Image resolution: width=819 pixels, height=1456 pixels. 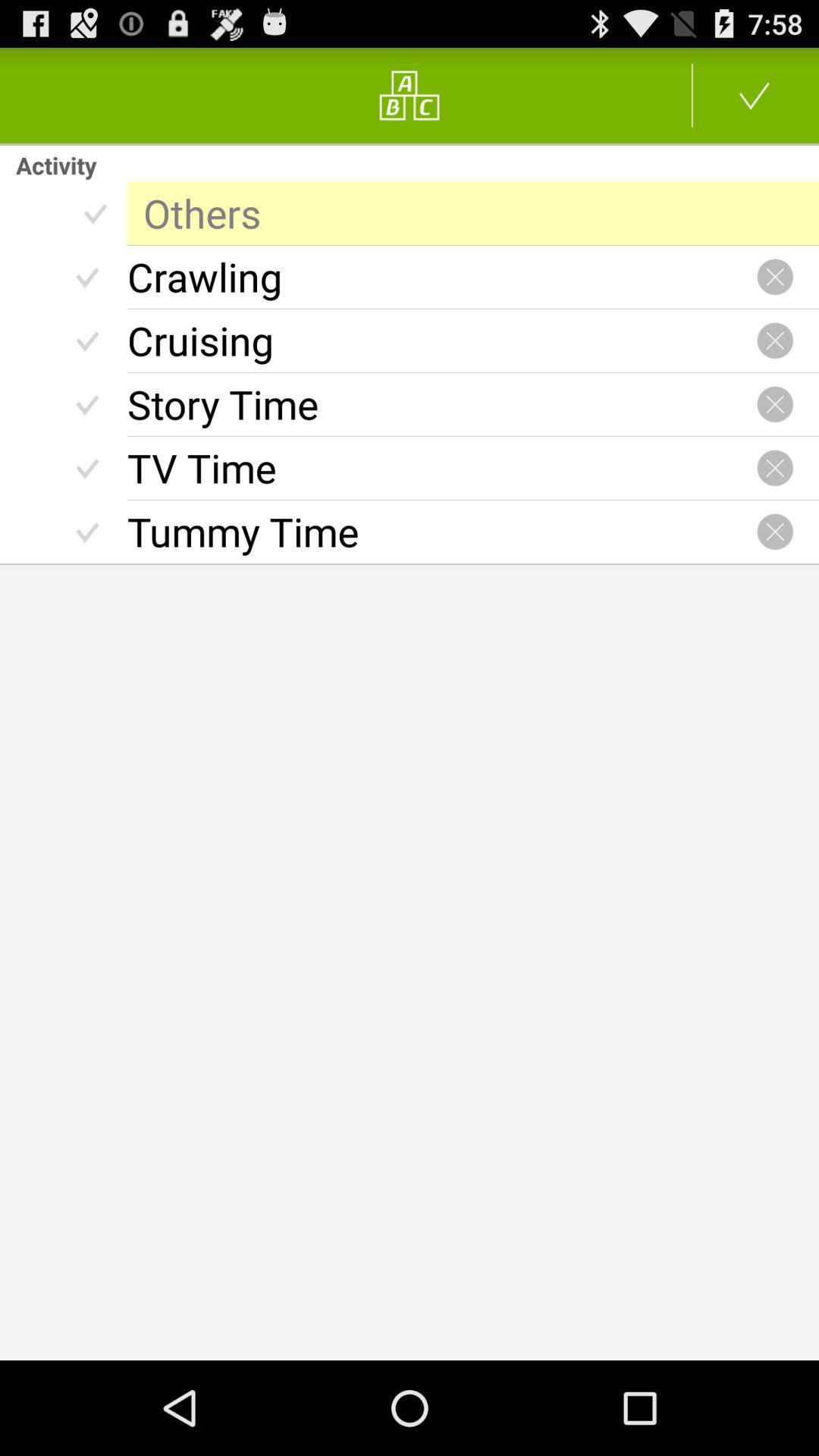 I want to click on other item button, so click(x=755, y=94).